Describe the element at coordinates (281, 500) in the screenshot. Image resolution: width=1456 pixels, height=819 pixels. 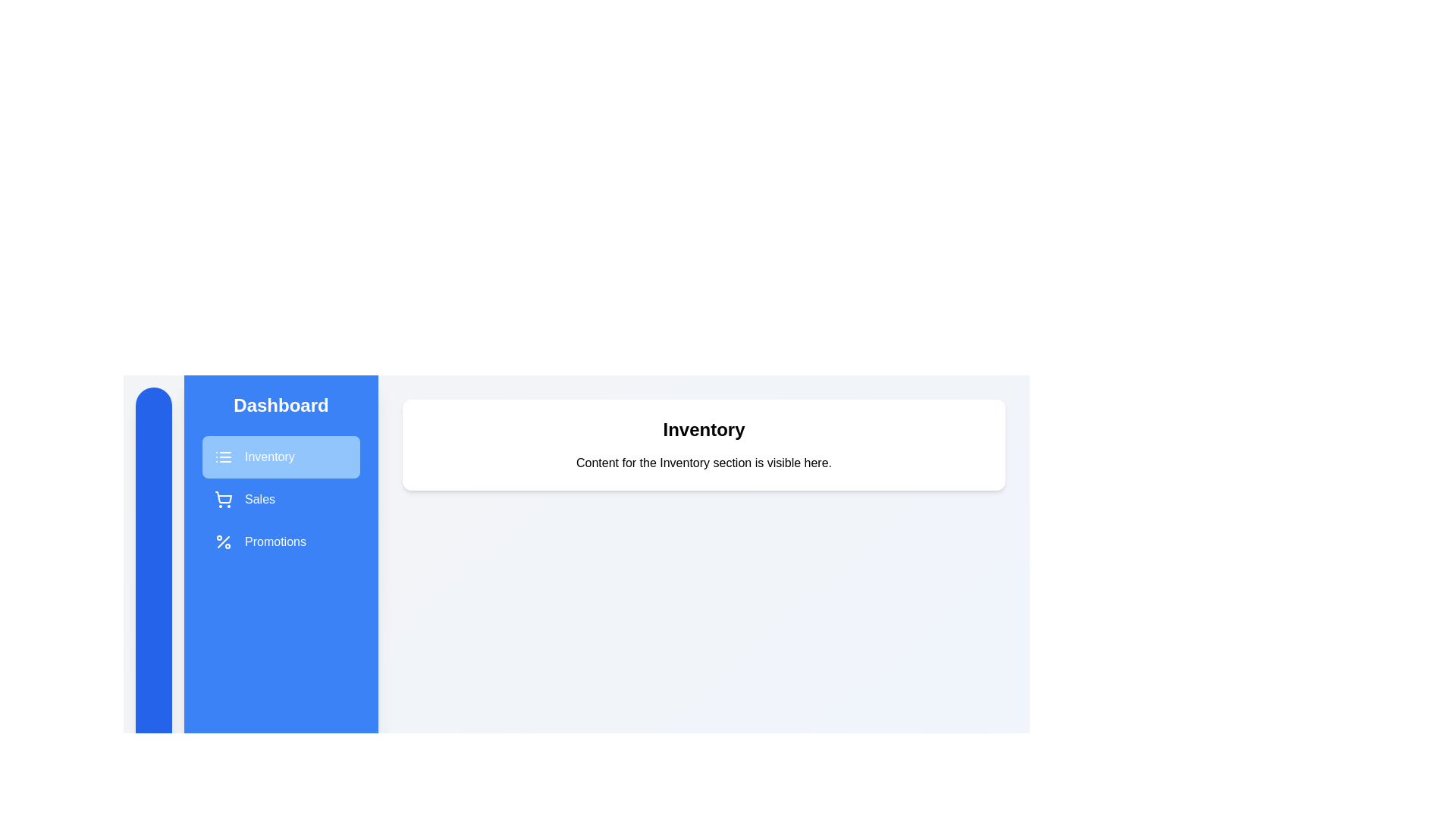
I see `the Sales section in the sidebar menu` at that location.